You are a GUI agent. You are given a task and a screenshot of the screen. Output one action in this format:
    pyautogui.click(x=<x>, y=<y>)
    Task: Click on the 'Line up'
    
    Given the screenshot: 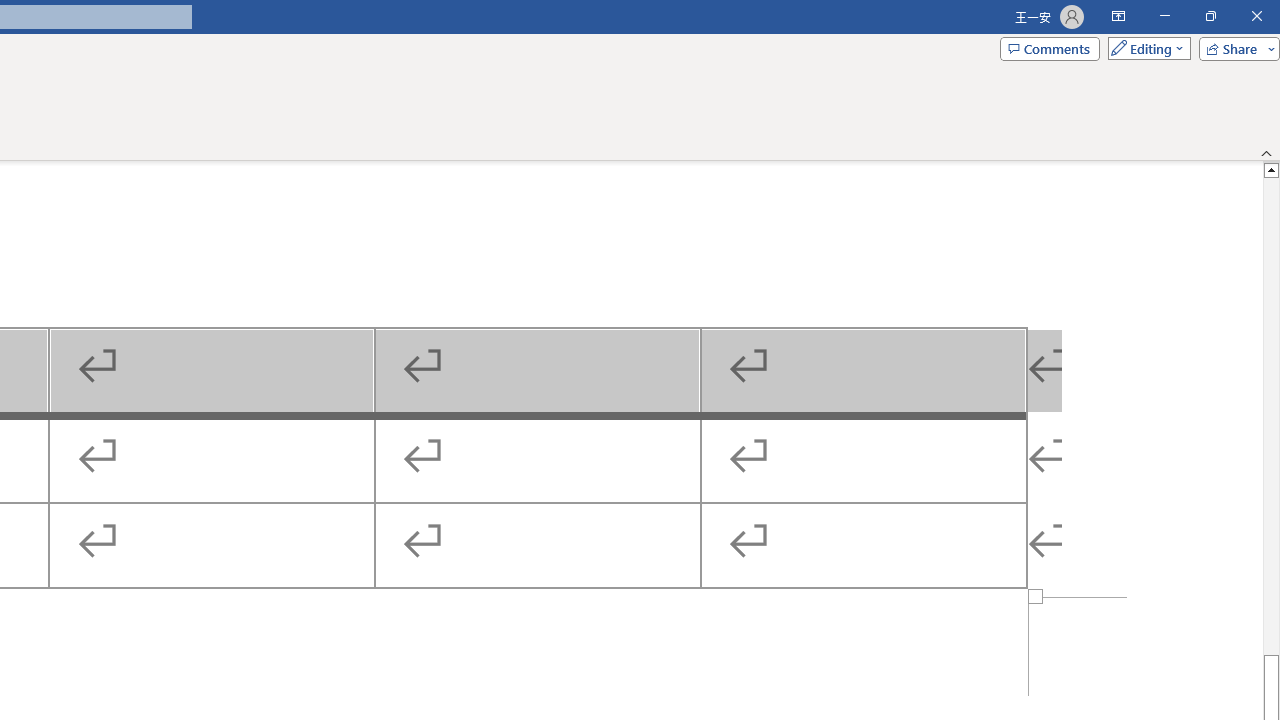 What is the action you would take?
    pyautogui.click(x=1270, y=168)
    